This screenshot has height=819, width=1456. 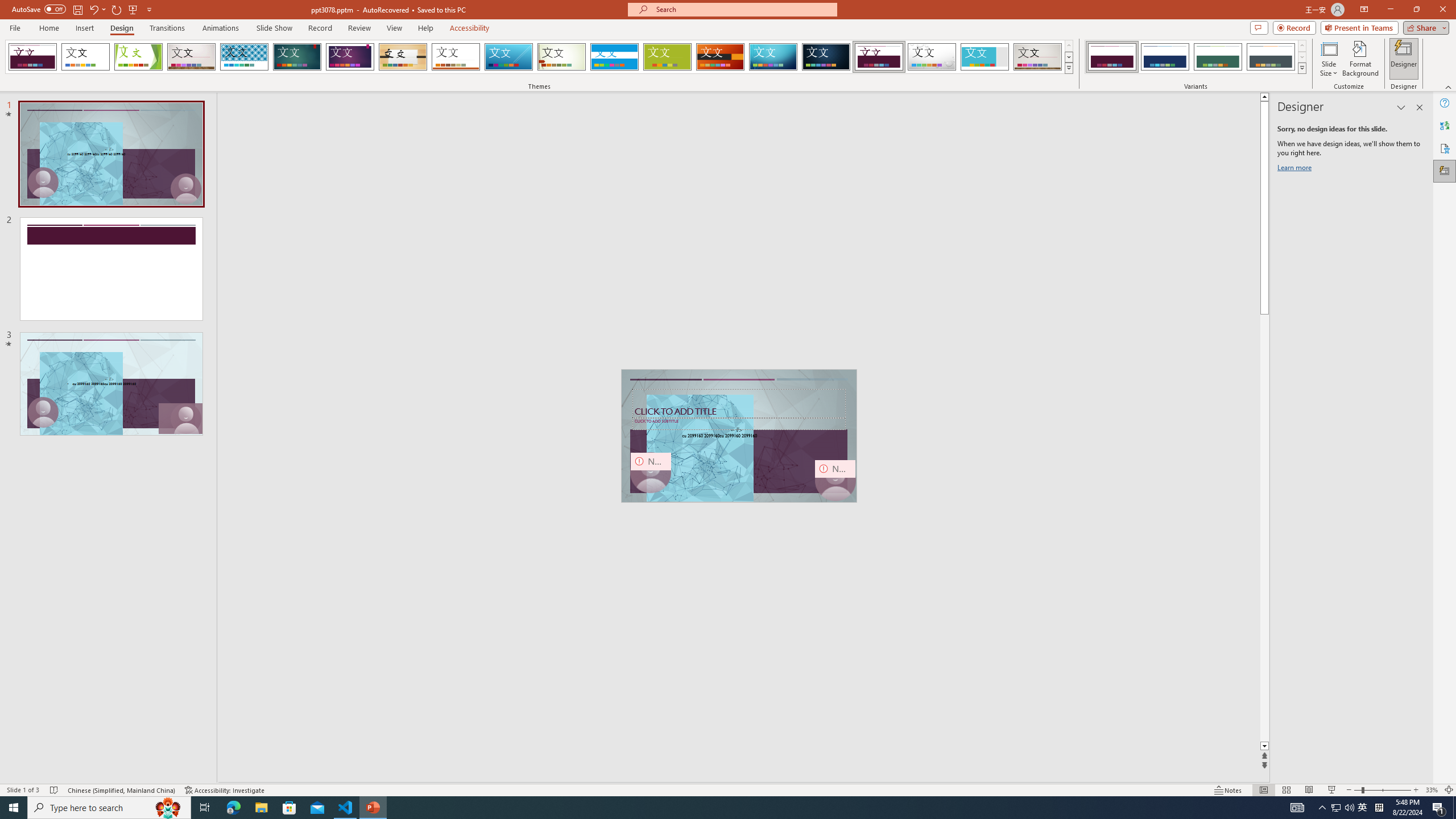 What do you see at coordinates (359, 28) in the screenshot?
I see `'Review'` at bounding box center [359, 28].